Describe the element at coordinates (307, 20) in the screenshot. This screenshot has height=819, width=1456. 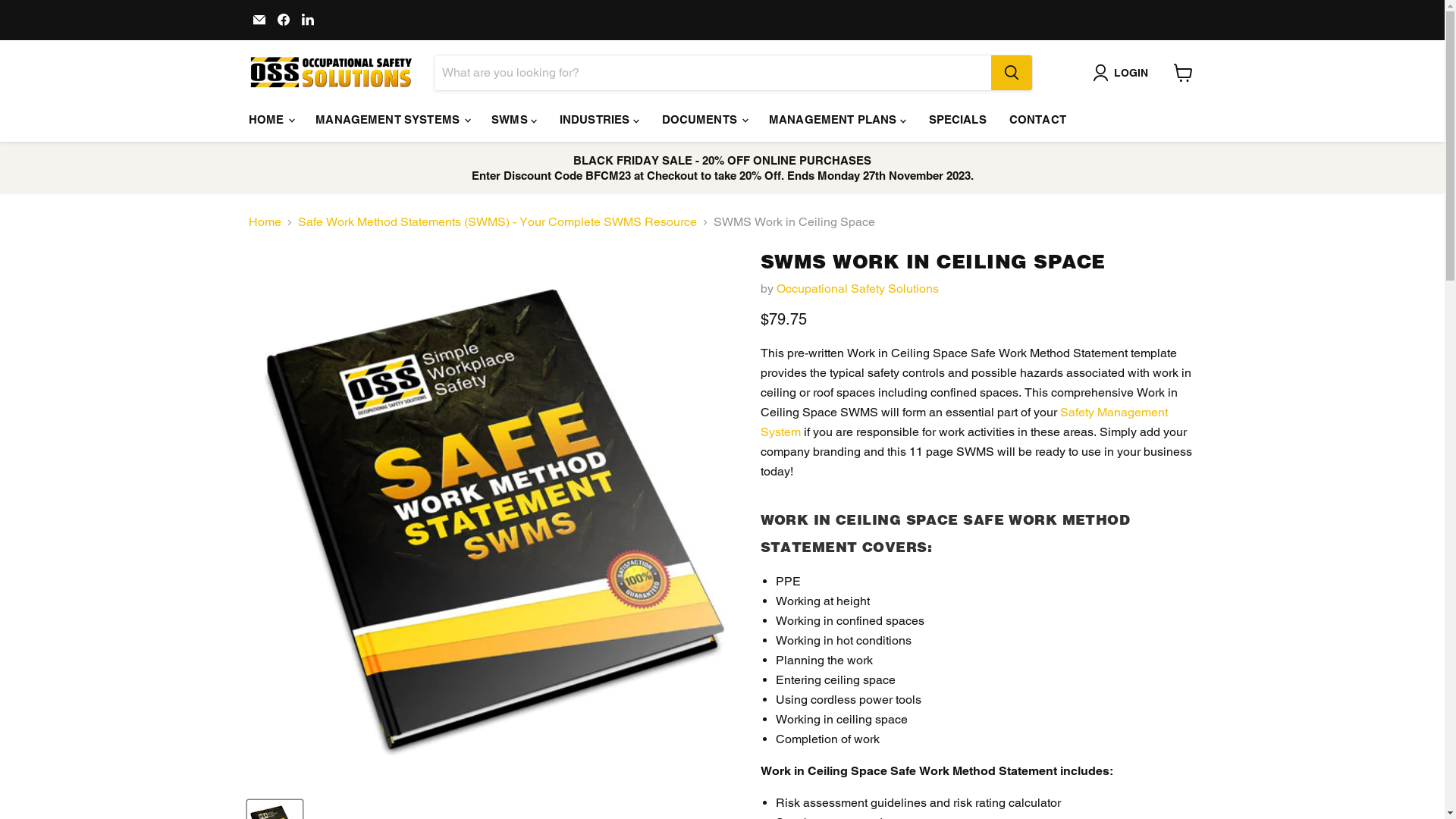
I see `'Find us on LinkedIn'` at that location.